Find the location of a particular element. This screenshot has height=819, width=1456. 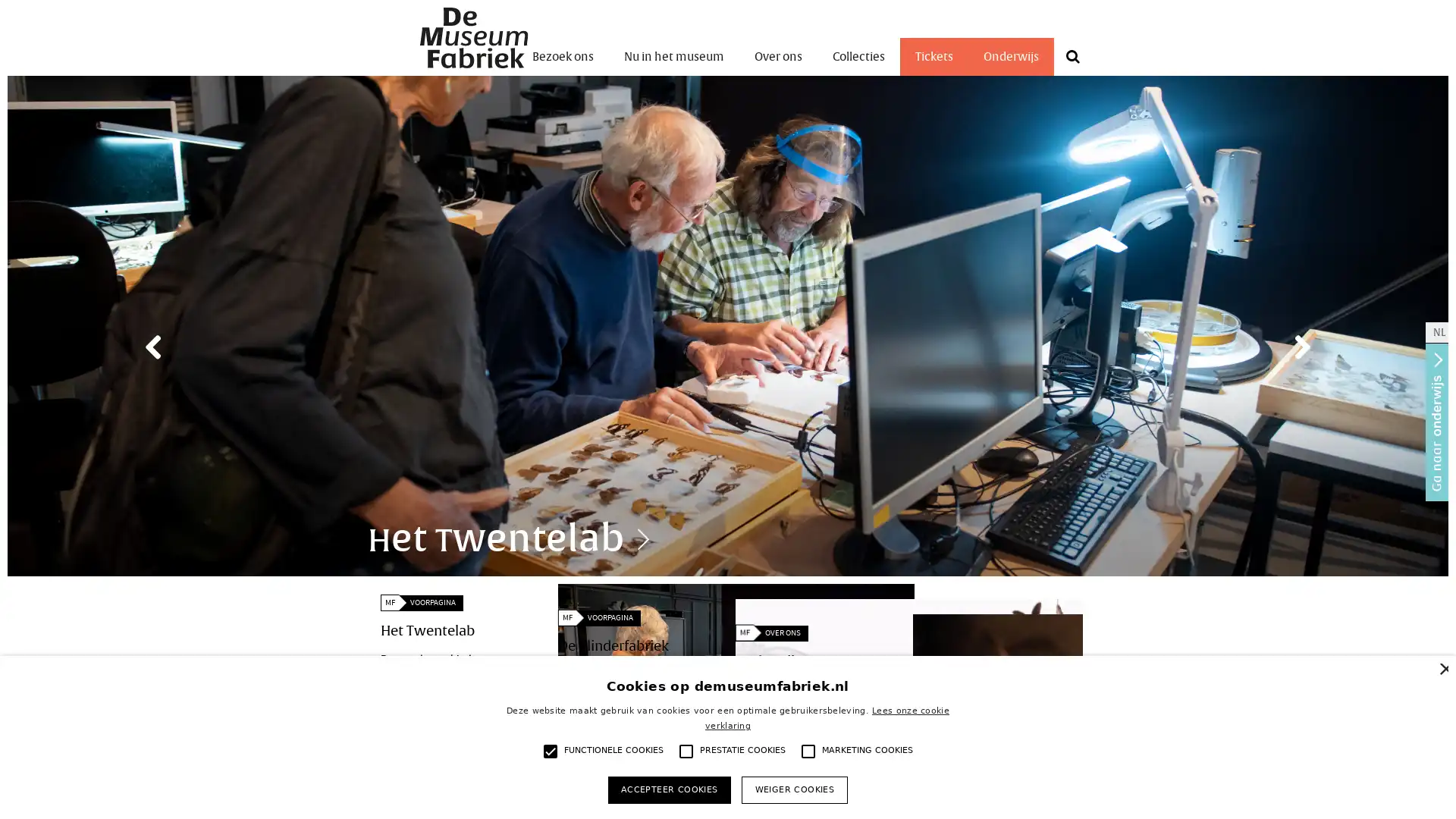

ACCEPTEER COOKIES is located at coordinates (668, 789).